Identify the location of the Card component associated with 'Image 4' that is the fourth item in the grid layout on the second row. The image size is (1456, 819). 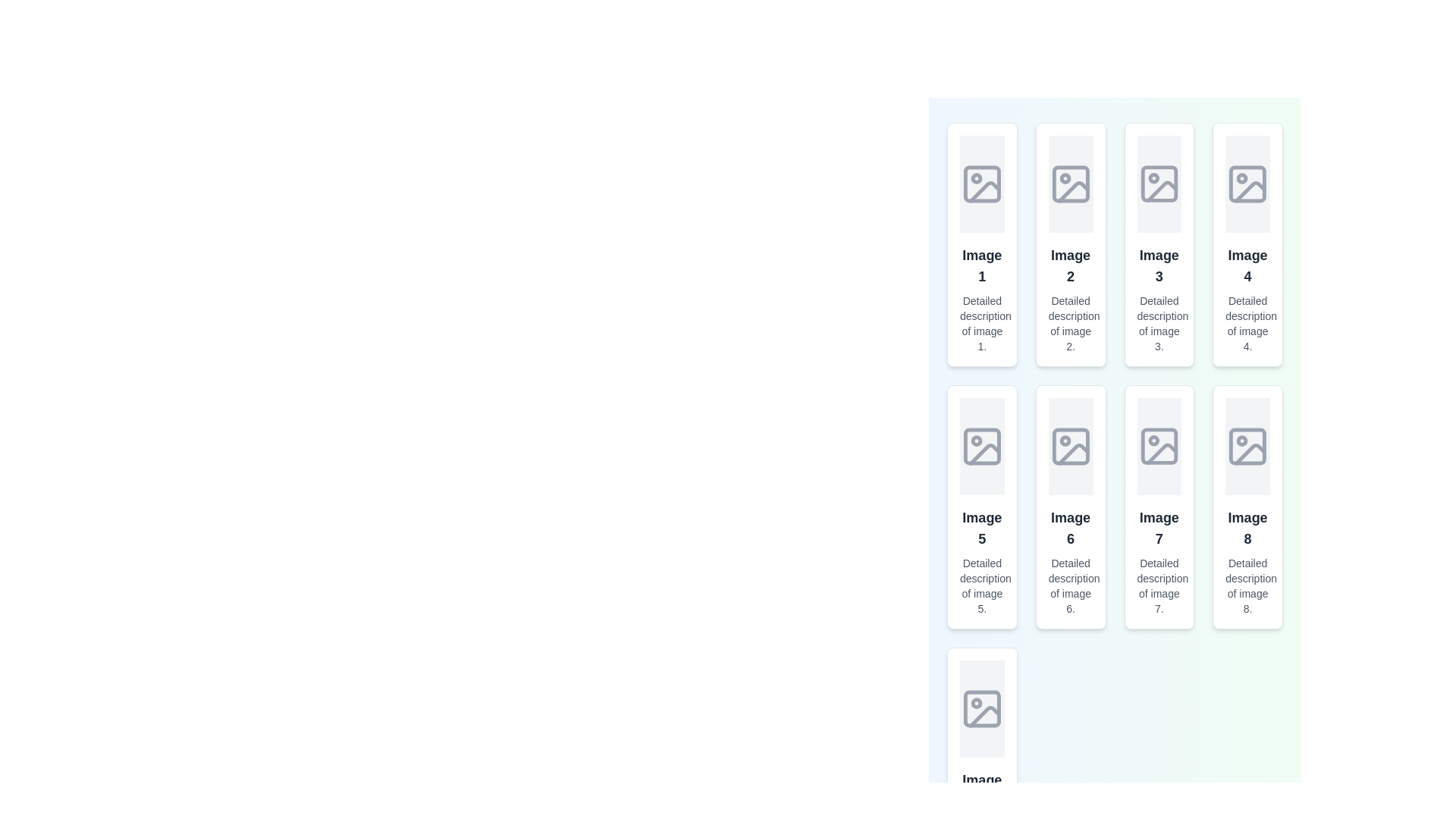
(1247, 244).